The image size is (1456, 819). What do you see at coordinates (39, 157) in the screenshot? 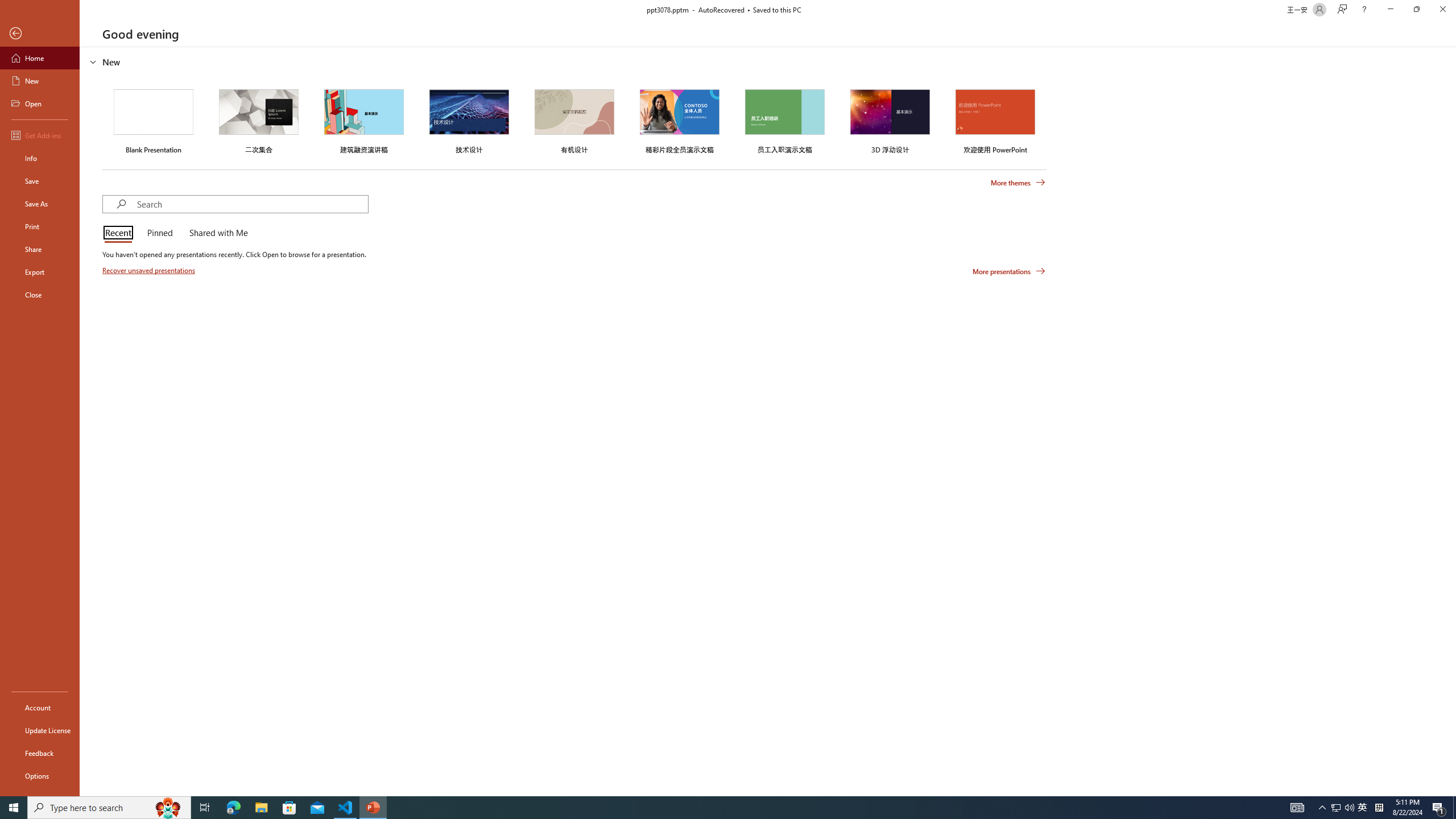
I see `'Info'` at bounding box center [39, 157].